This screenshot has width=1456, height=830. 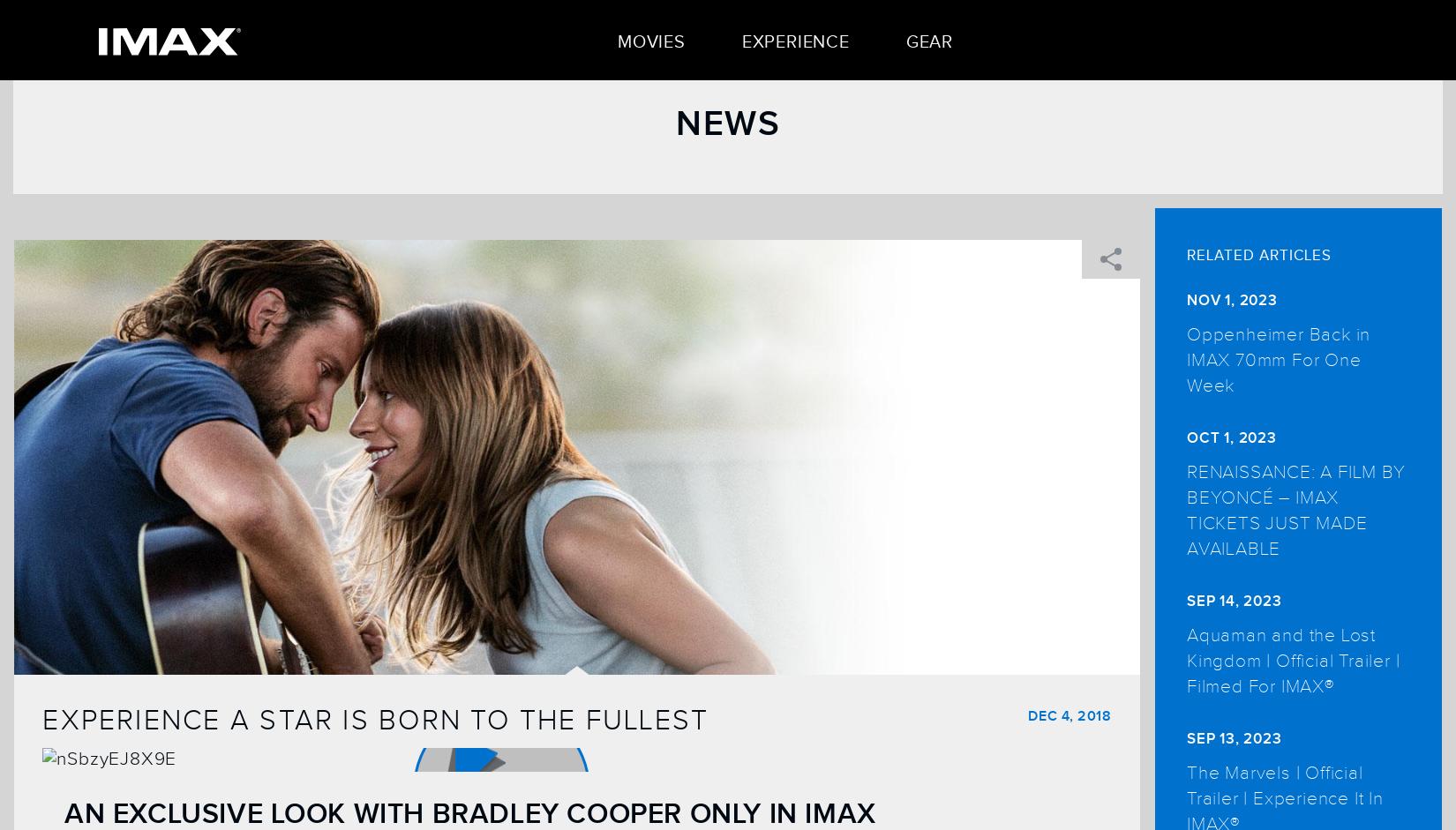 I want to click on 'Sep 13, 2023', so click(x=1233, y=737).